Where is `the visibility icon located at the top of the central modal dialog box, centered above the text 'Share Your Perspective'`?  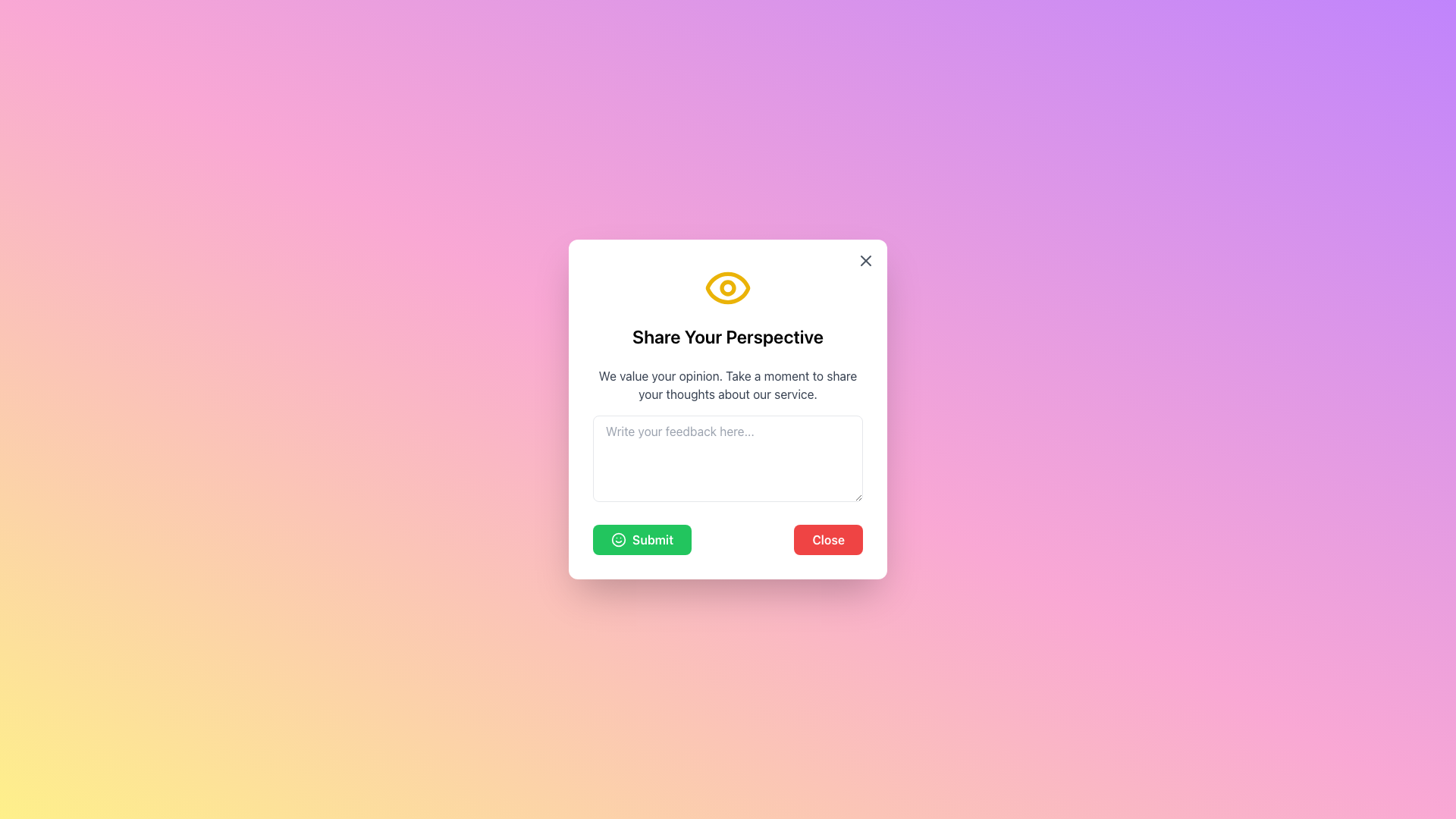
the visibility icon located at the top of the central modal dialog box, centered above the text 'Share Your Perspective' is located at coordinates (728, 288).